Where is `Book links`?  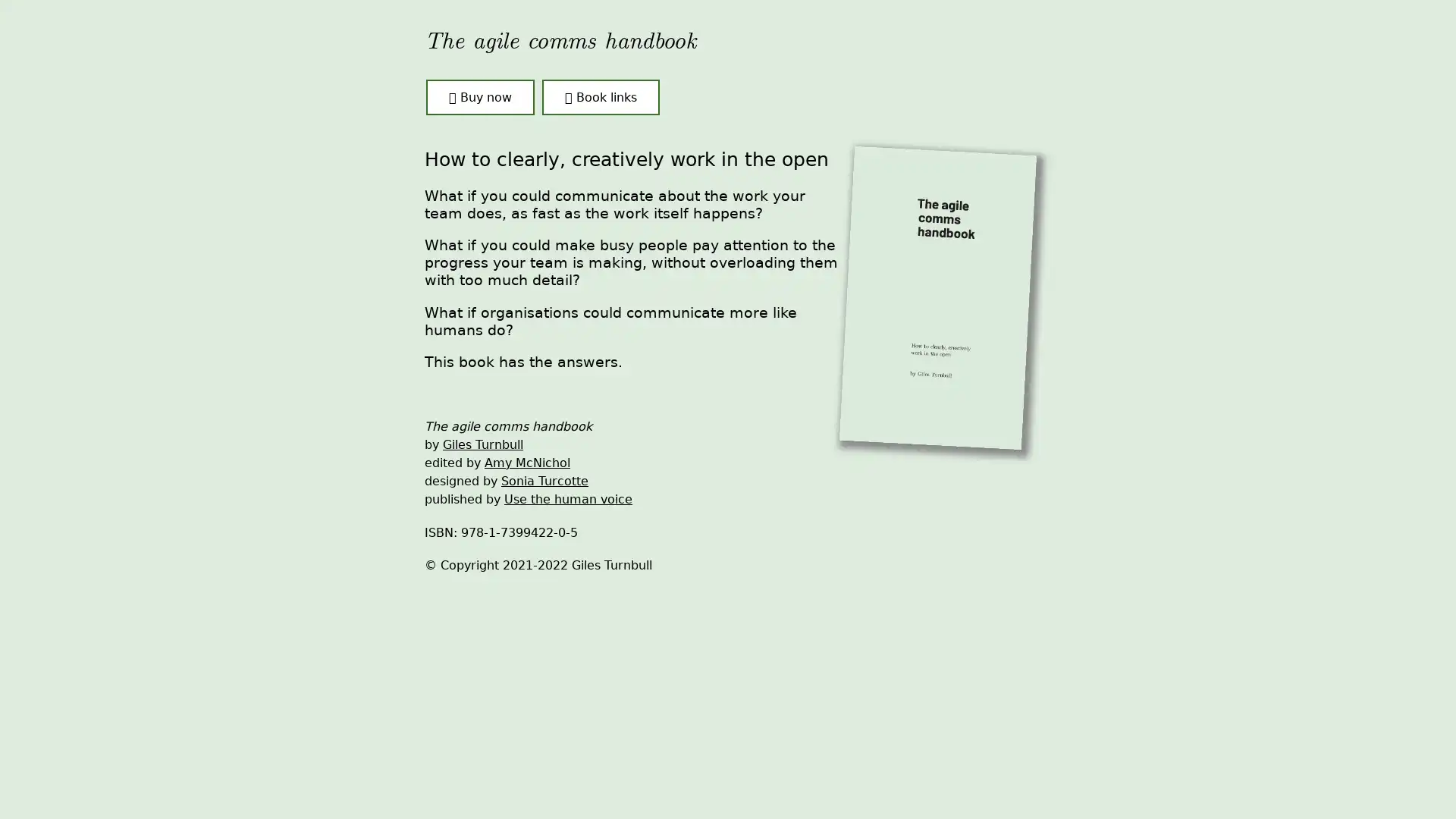 Book links is located at coordinates (600, 97).